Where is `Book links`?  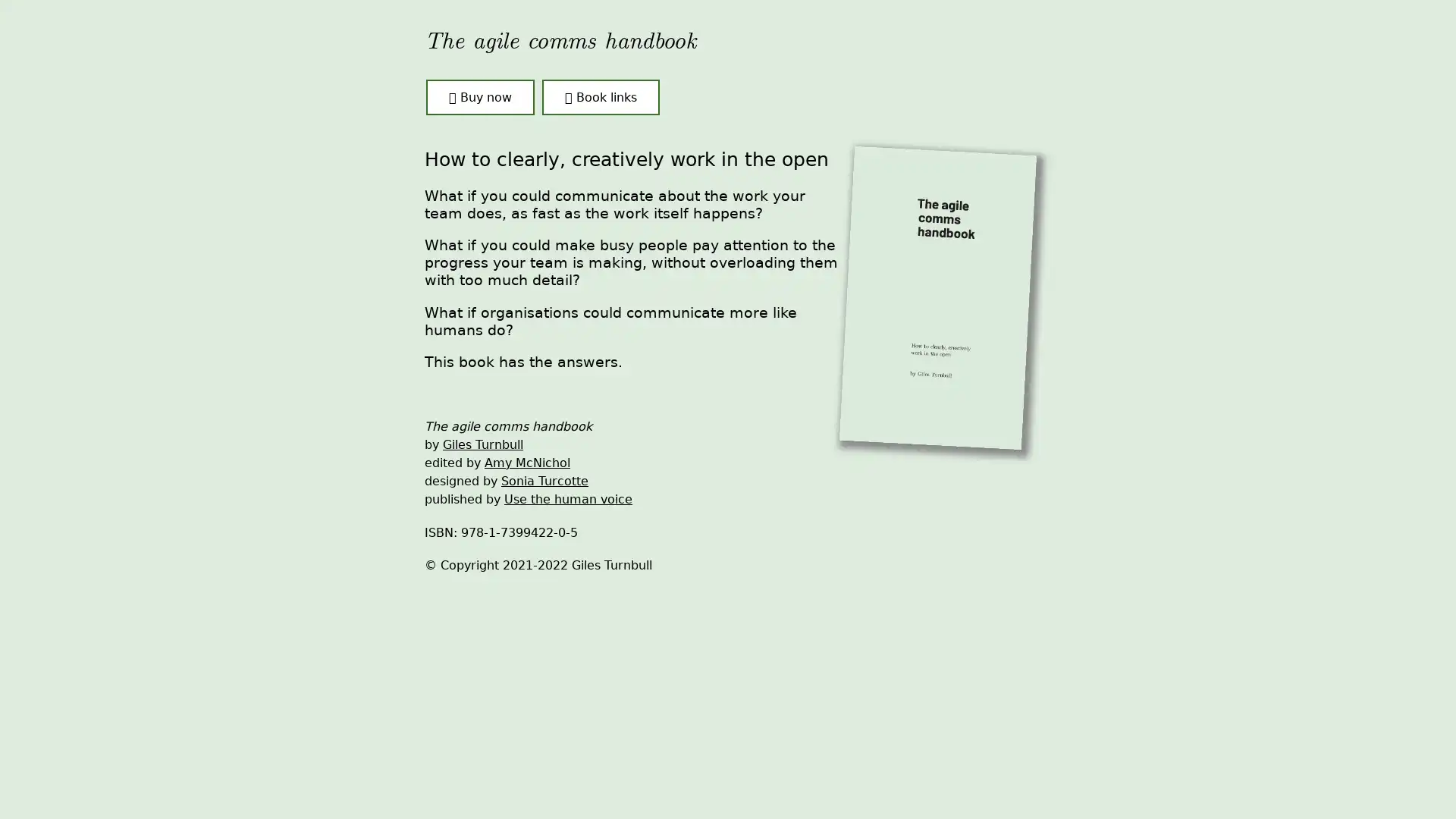 Book links is located at coordinates (600, 97).